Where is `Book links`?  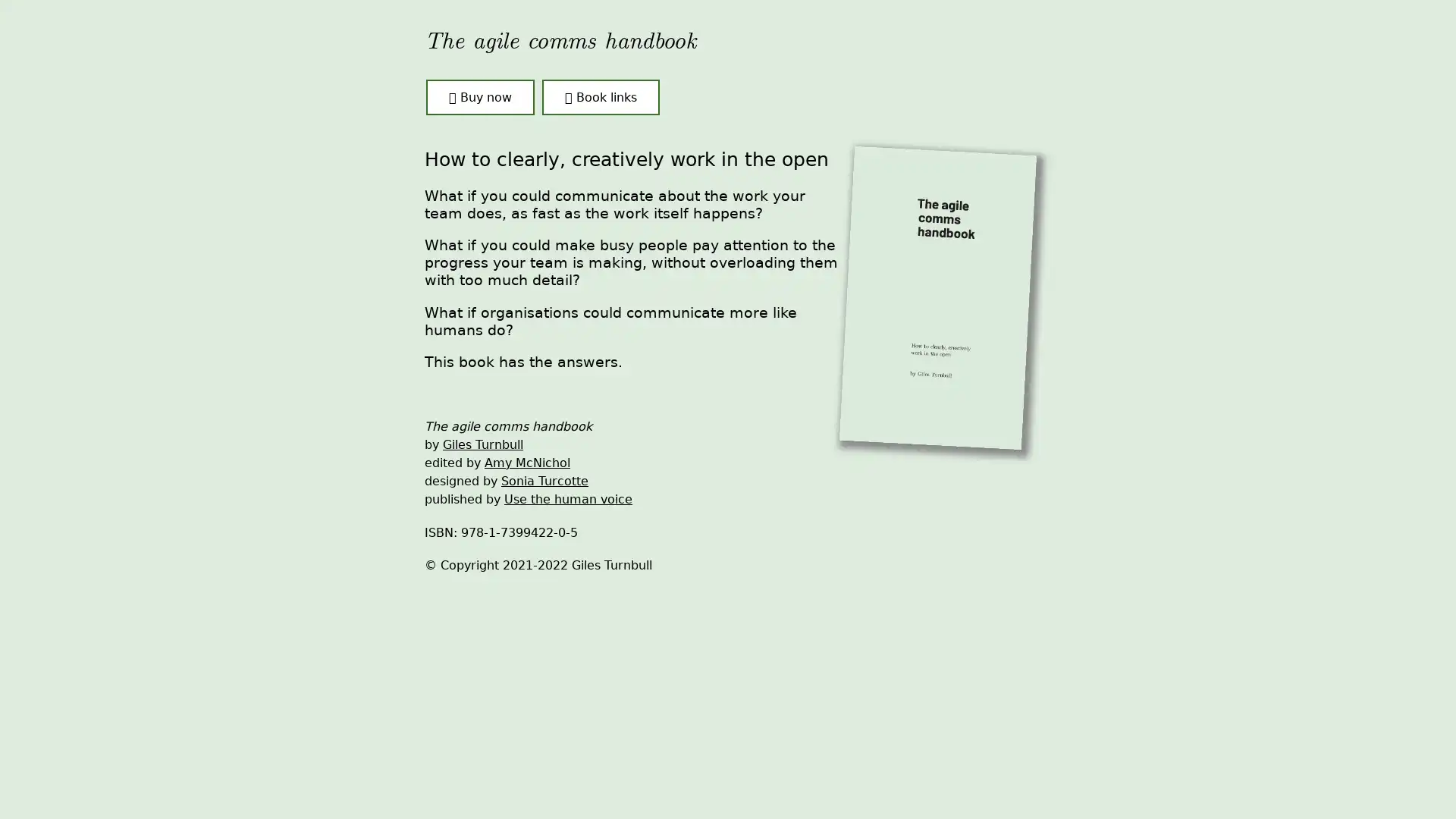 Book links is located at coordinates (600, 97).